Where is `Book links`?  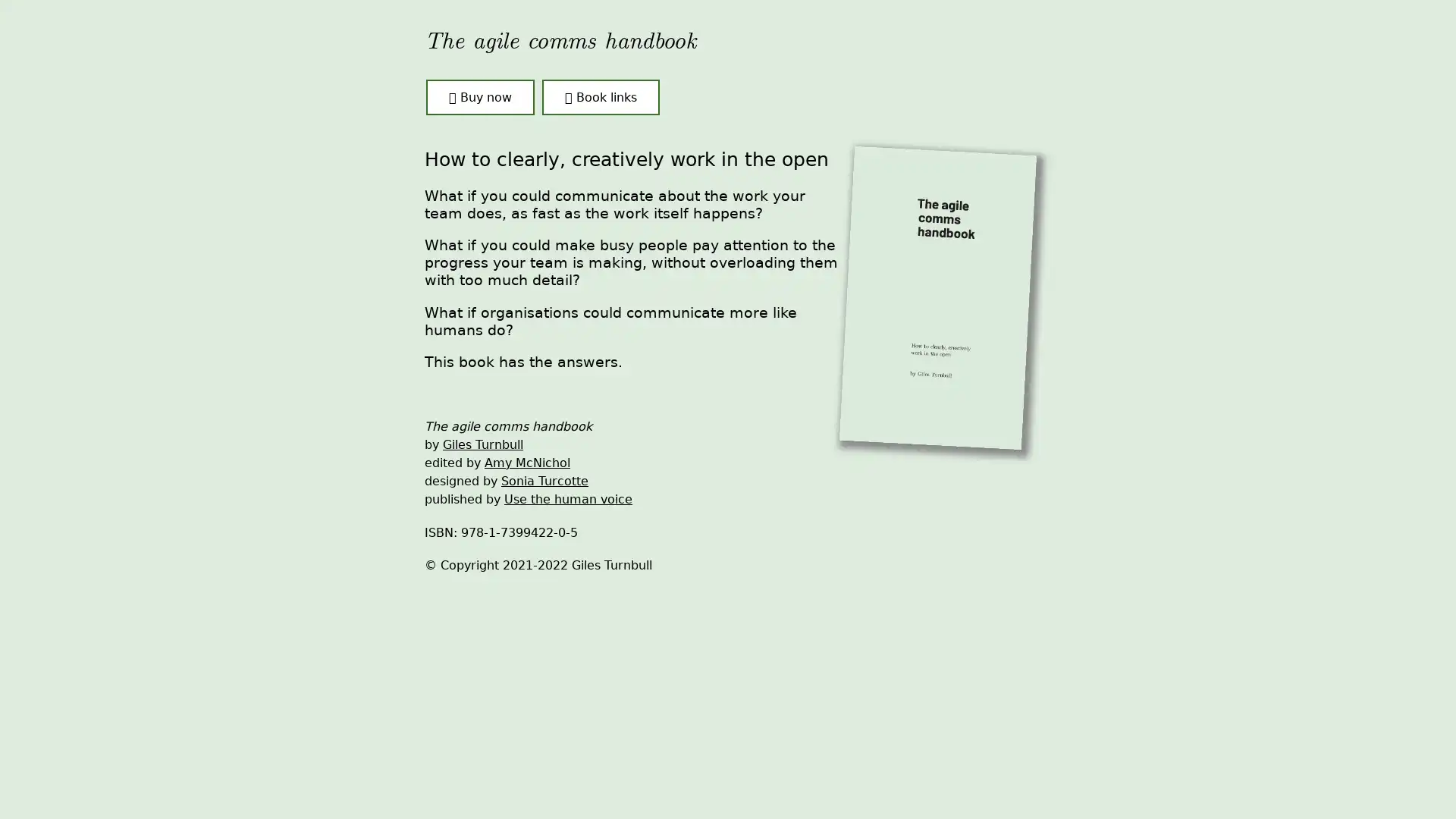 Book links is located at coordinates (600, 97).